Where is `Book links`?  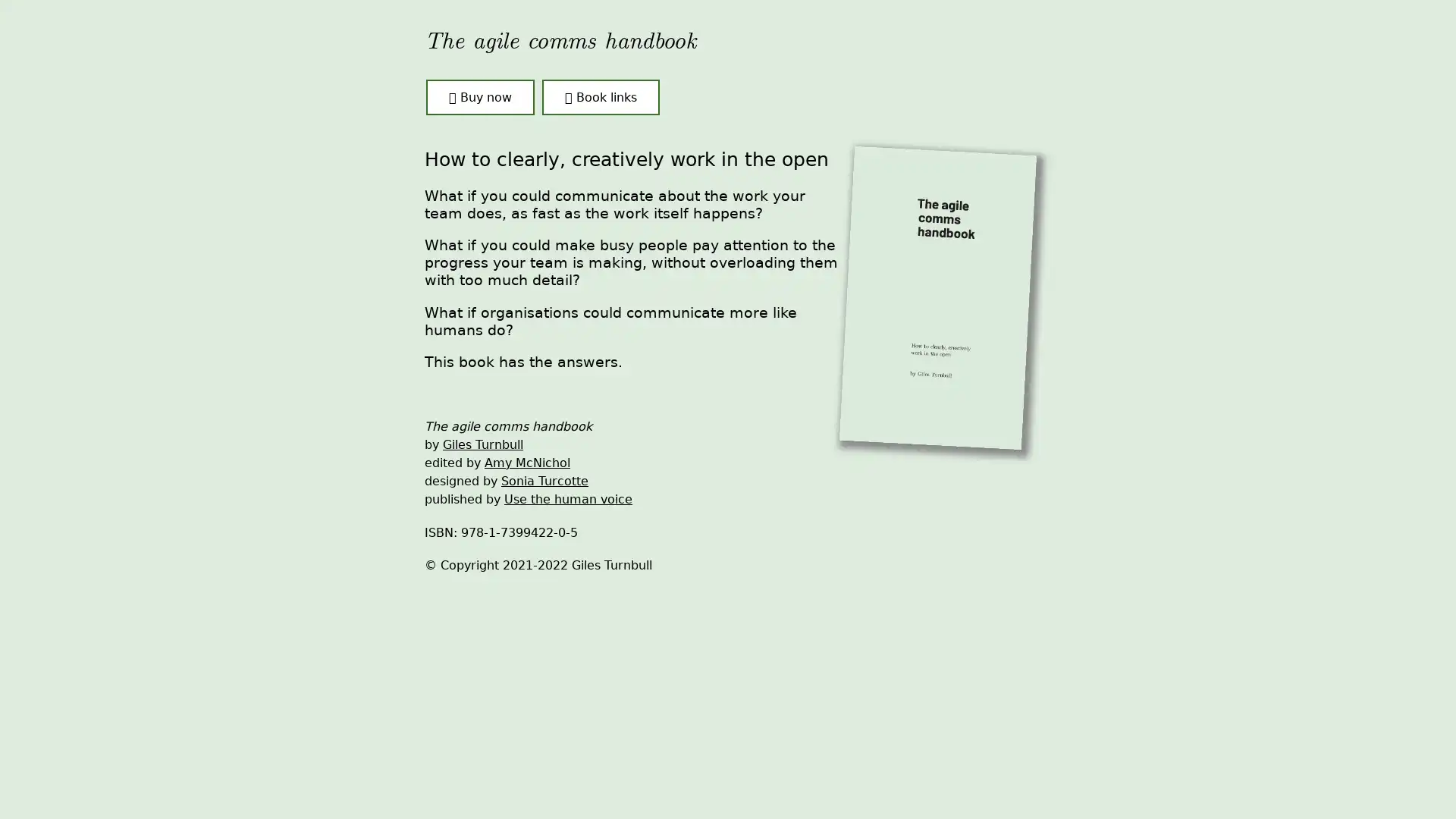 Book links is located at coordinates (600, 97).